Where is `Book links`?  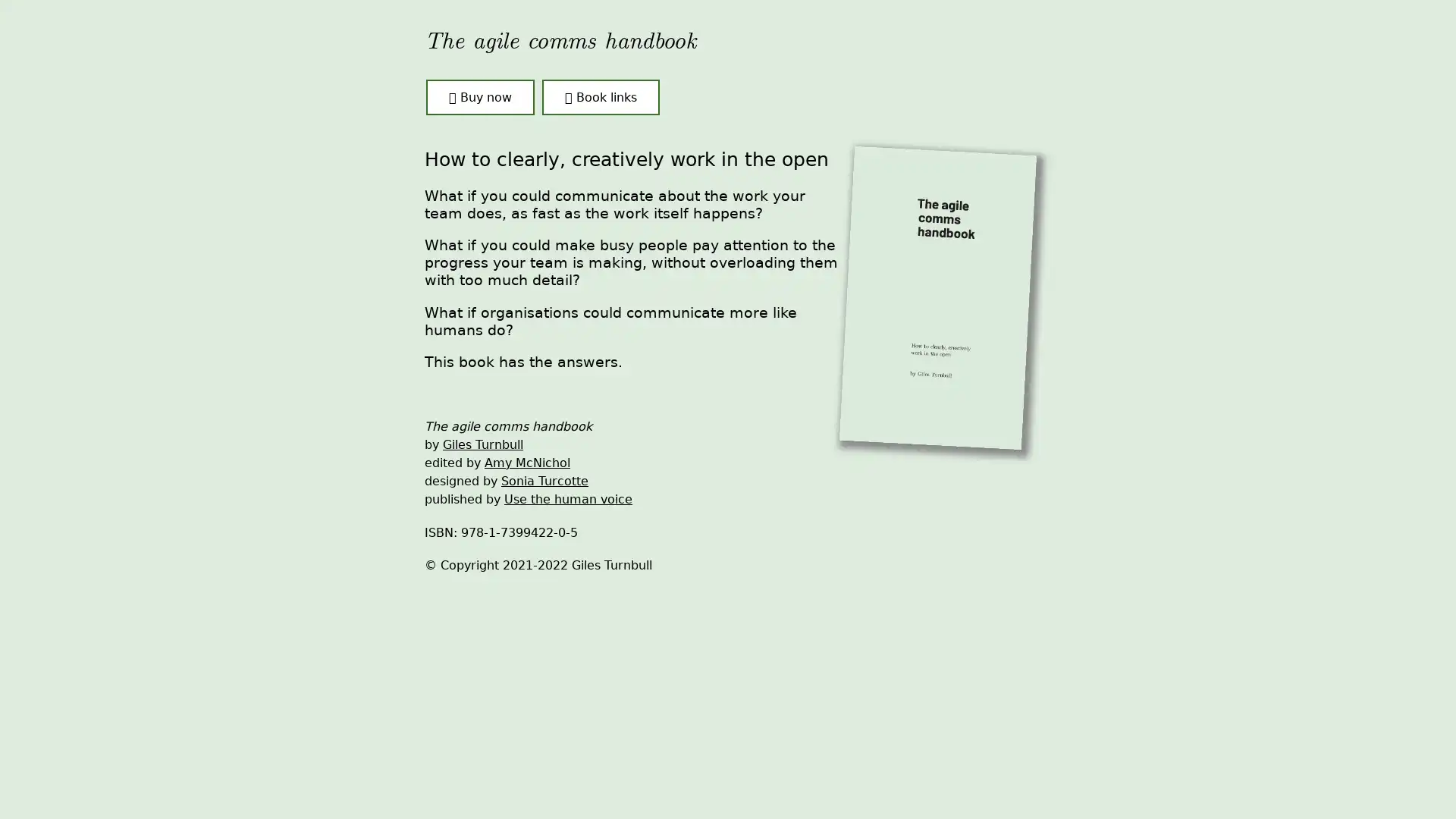 Book links is located at coordinates (600, 97).